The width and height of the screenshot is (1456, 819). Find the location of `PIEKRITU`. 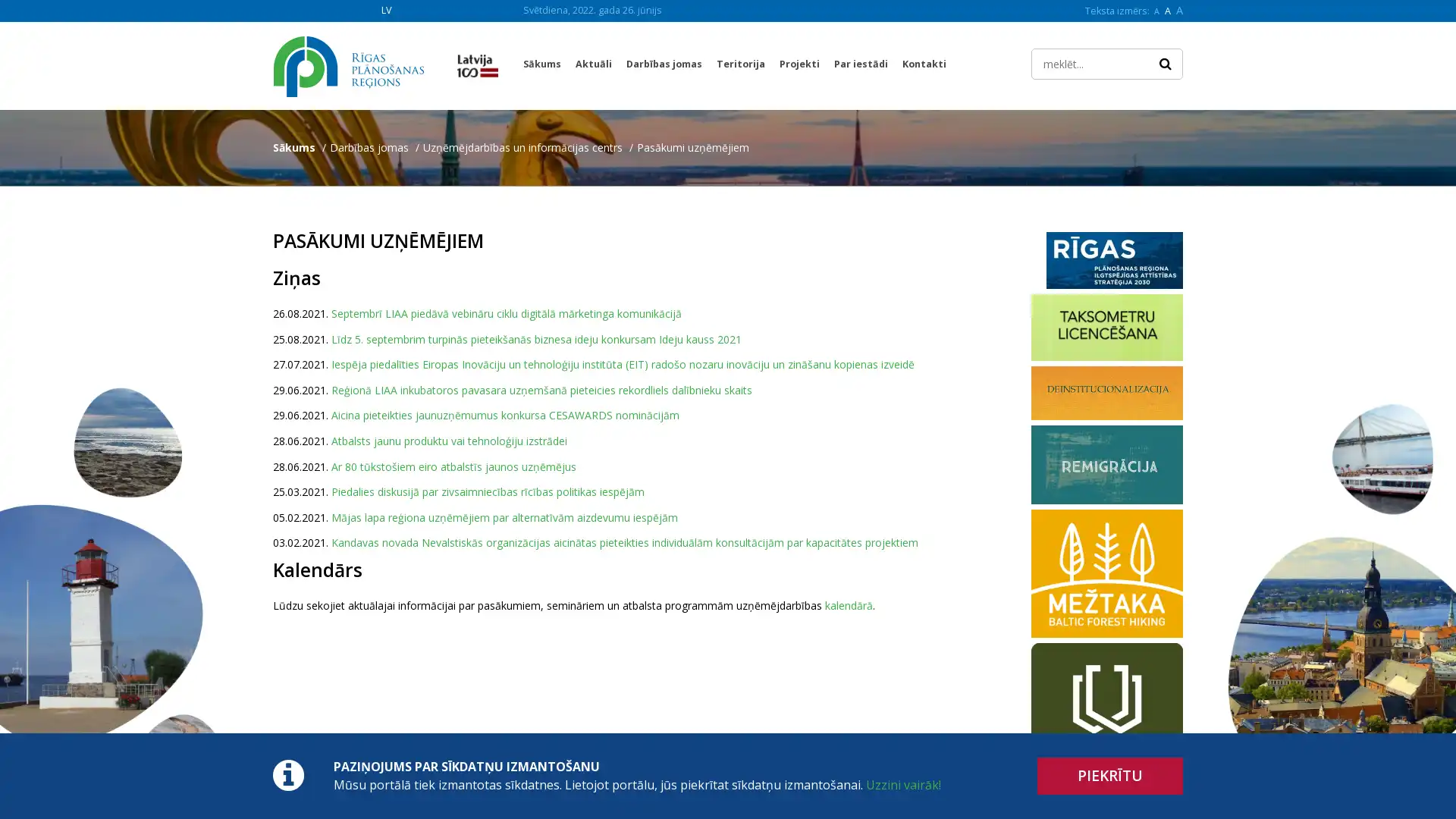

PIEKRITU is located at coordinates (1110, 776).